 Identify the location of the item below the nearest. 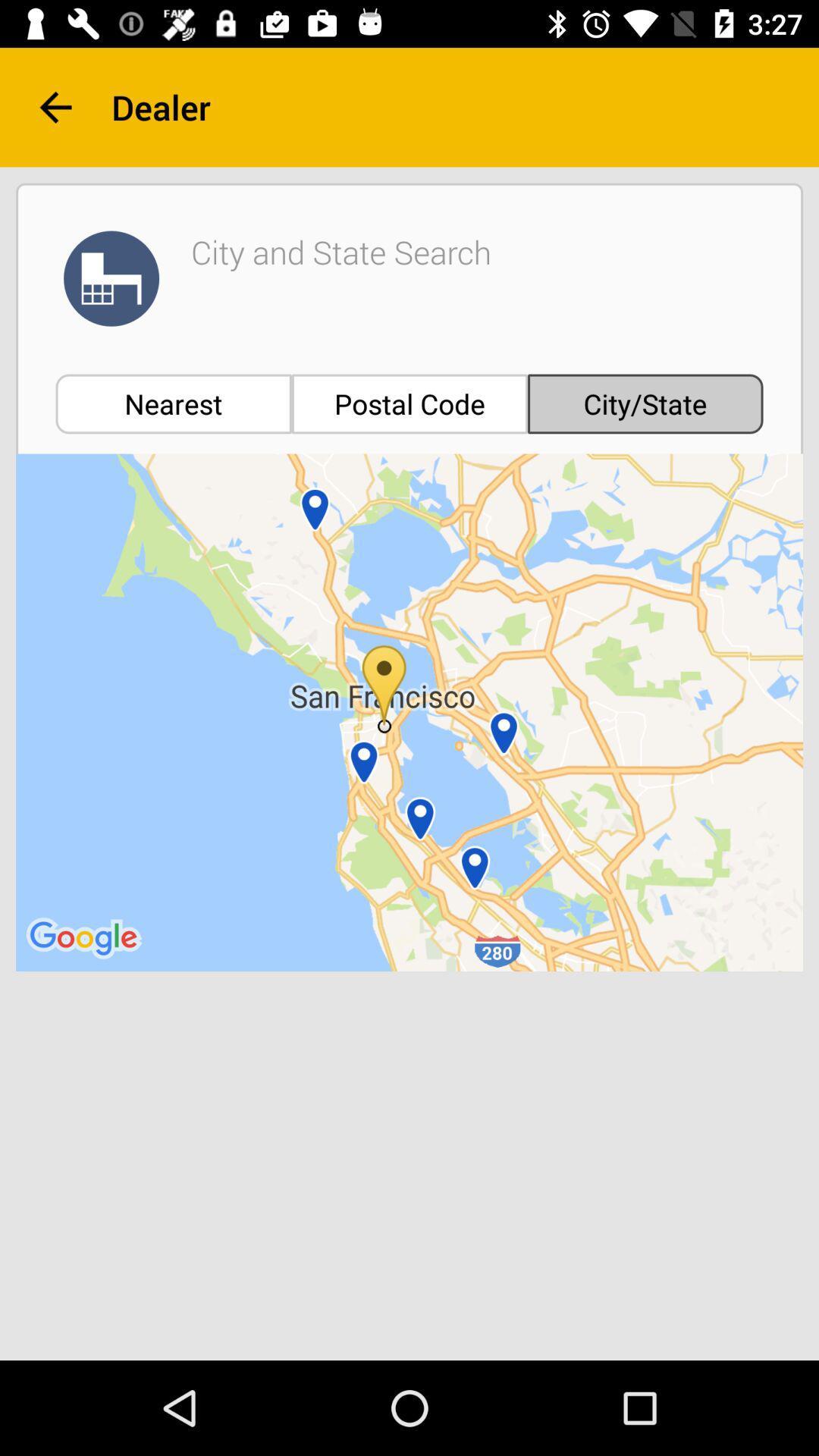
(409, 711).